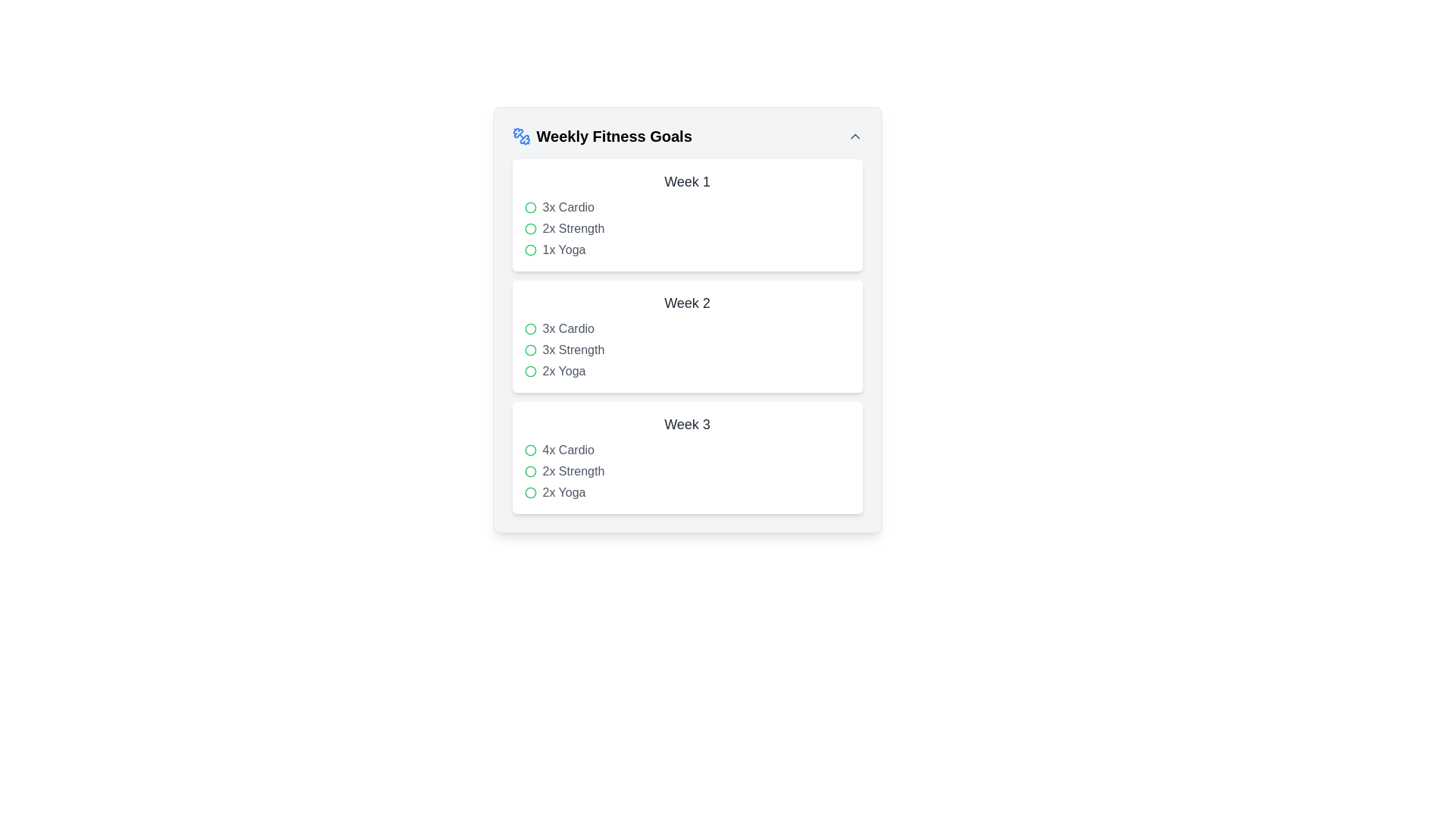 The width and height of the screenshot is (1456, 819). What do you see at coordinates (686, 136) in the screenshot?
I see `the section title 'Weekly Fitness Goals' which is located at the top of the card-like component, featuring a blue dumbbell icon on the left and a small upward arrow on the right` at bounding box center [686, 136].